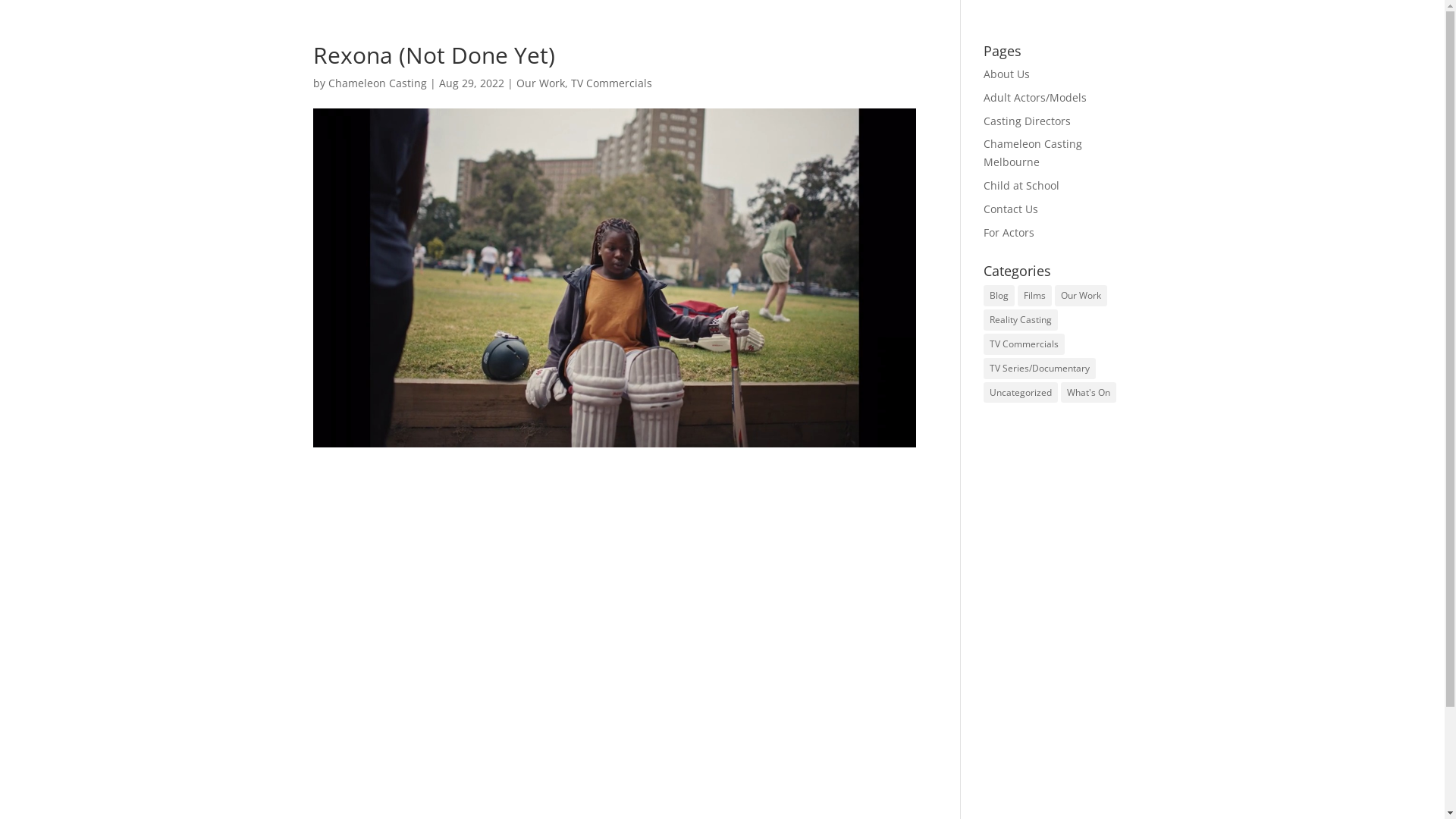  Describe the element at coordinates (1024, 344) in the screenshot. I see `'TV Commercials'` at that location.